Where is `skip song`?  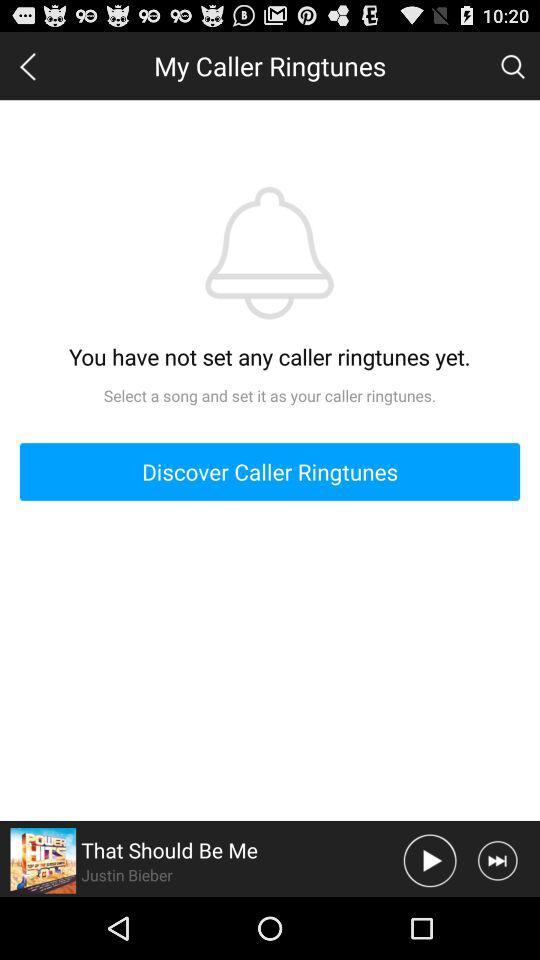 skip song is located at coordinates (496, 859).